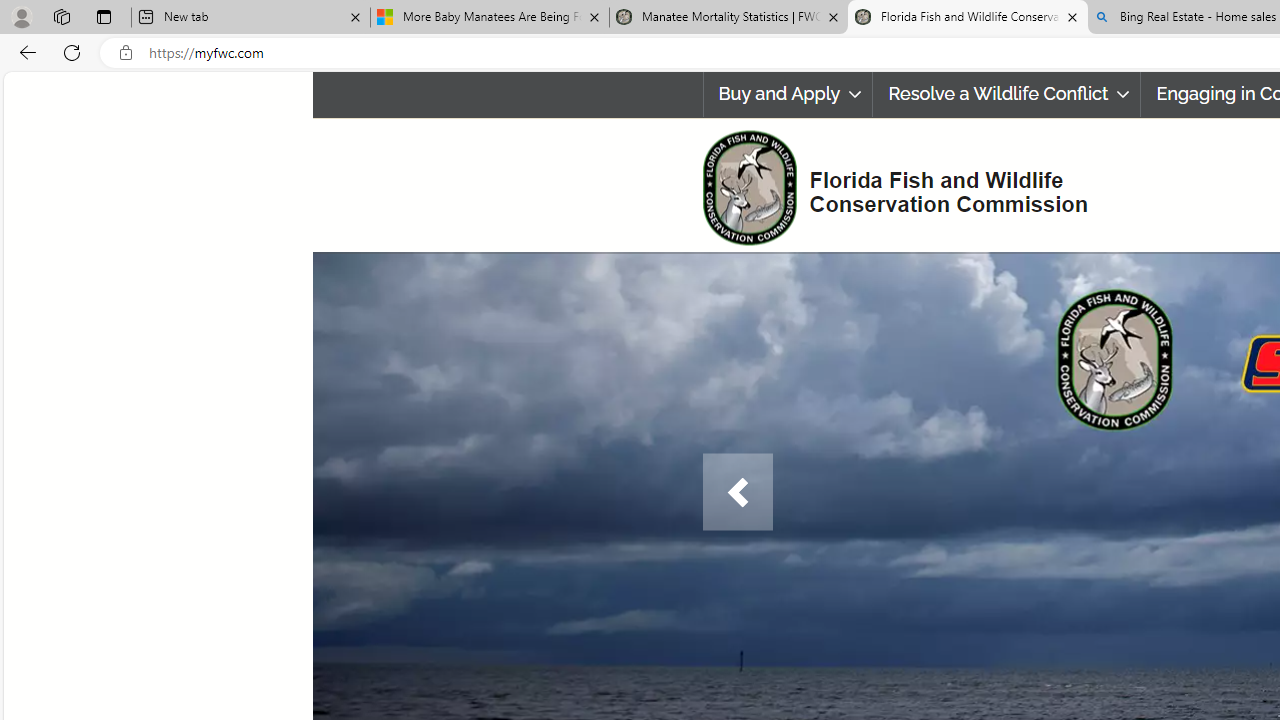  Describe the element at coordinates (786, 94) in the screenshot. I see `'Buy and Apply'` at that location.